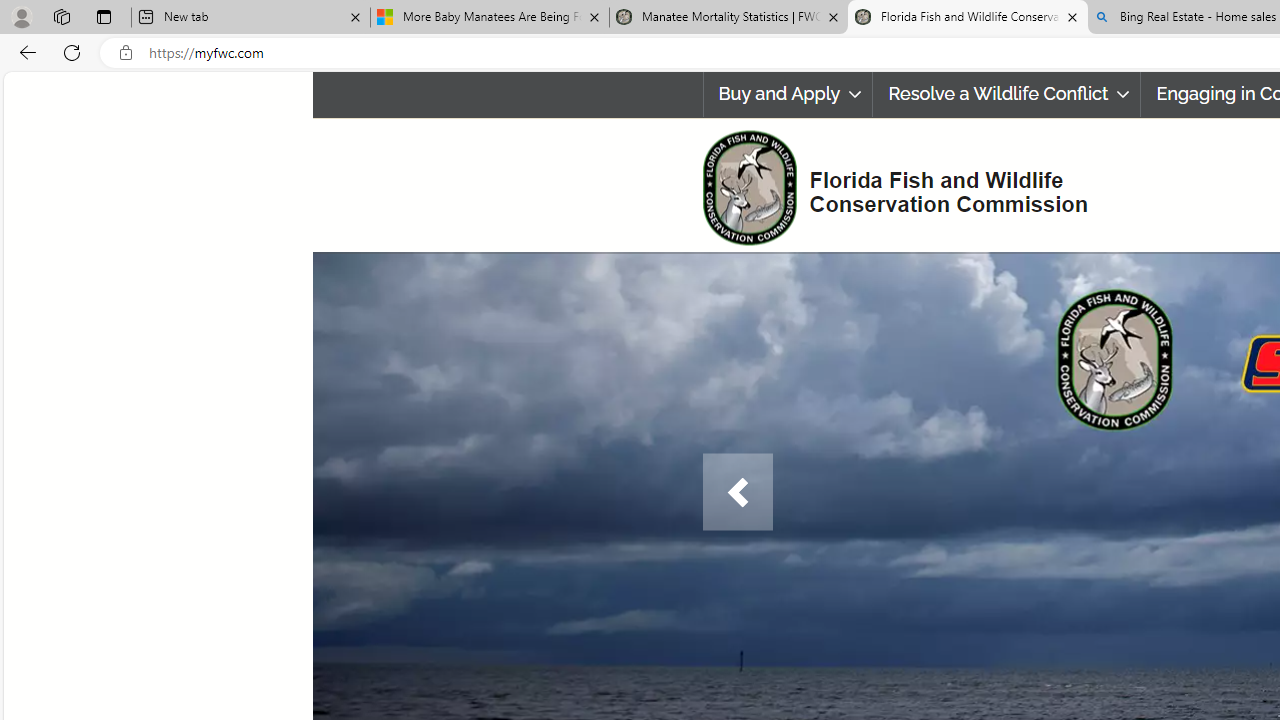  Describe the element at coordinates (786, 94) in the screenshot. I see `'Buy and Apply'` at that location.